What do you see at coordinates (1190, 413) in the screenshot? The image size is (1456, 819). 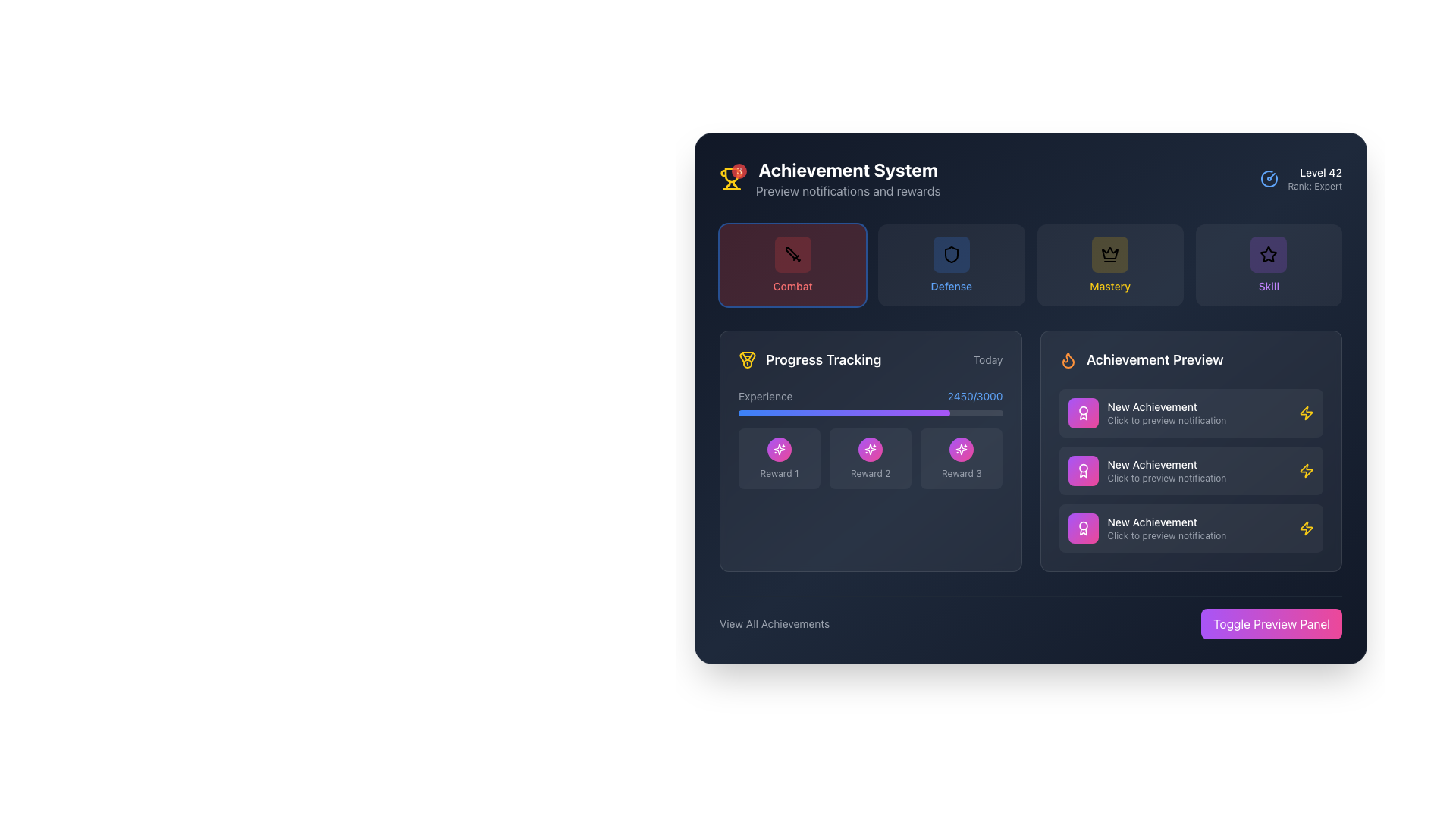 I see `the topmost notification button in the 'Achievement Preview' section` at bounding box center [1190, 413].